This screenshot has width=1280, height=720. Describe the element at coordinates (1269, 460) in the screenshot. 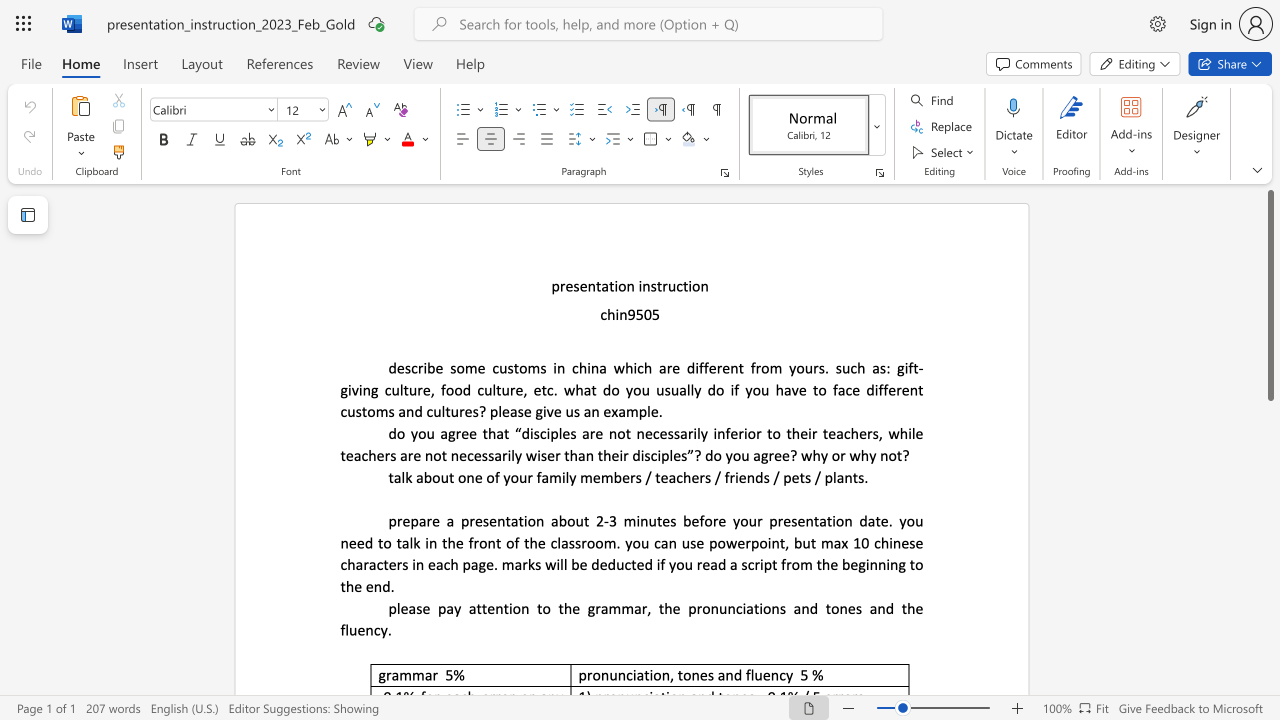

I see `the scrollbar on the right to move the page downward` at that location.